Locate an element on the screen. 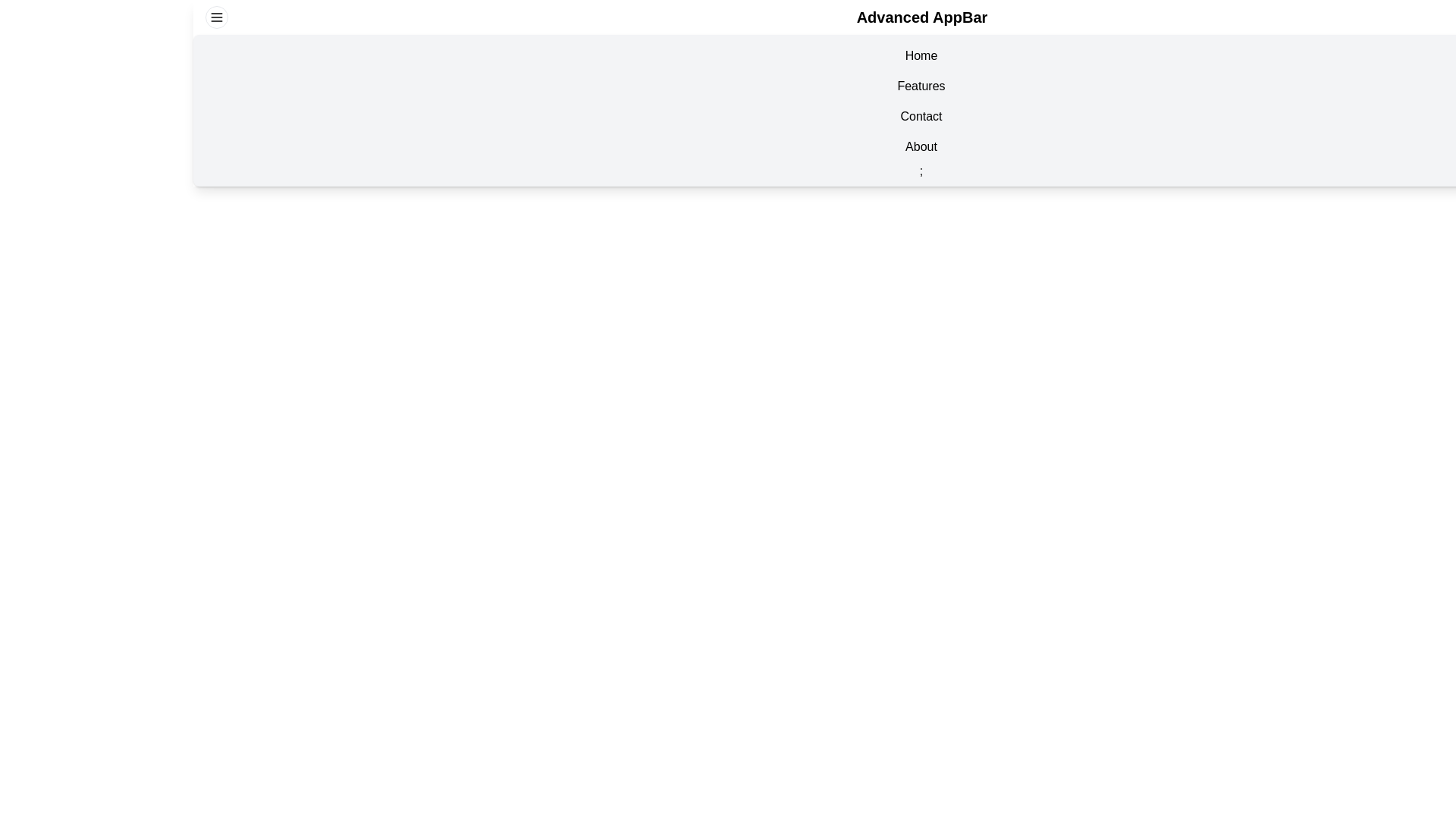 This screenshot has height=819, width=1456. the navigation item About in the EnhancedAppBar is located at coordinates (920, 146).